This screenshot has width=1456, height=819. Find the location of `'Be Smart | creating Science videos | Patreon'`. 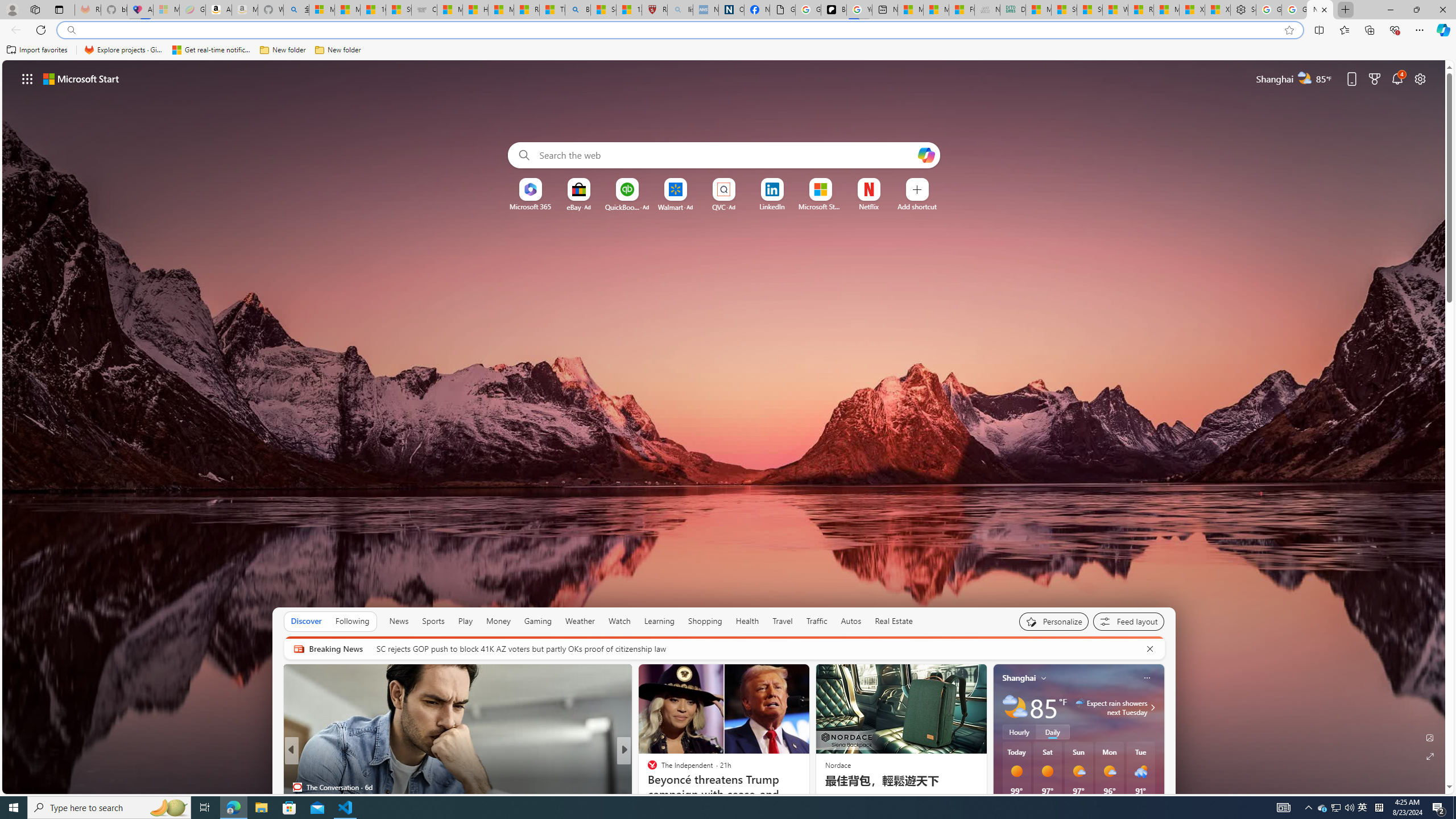

'Be Smart | creating Science videos | Patreon' is located at coordinates (834, 9).